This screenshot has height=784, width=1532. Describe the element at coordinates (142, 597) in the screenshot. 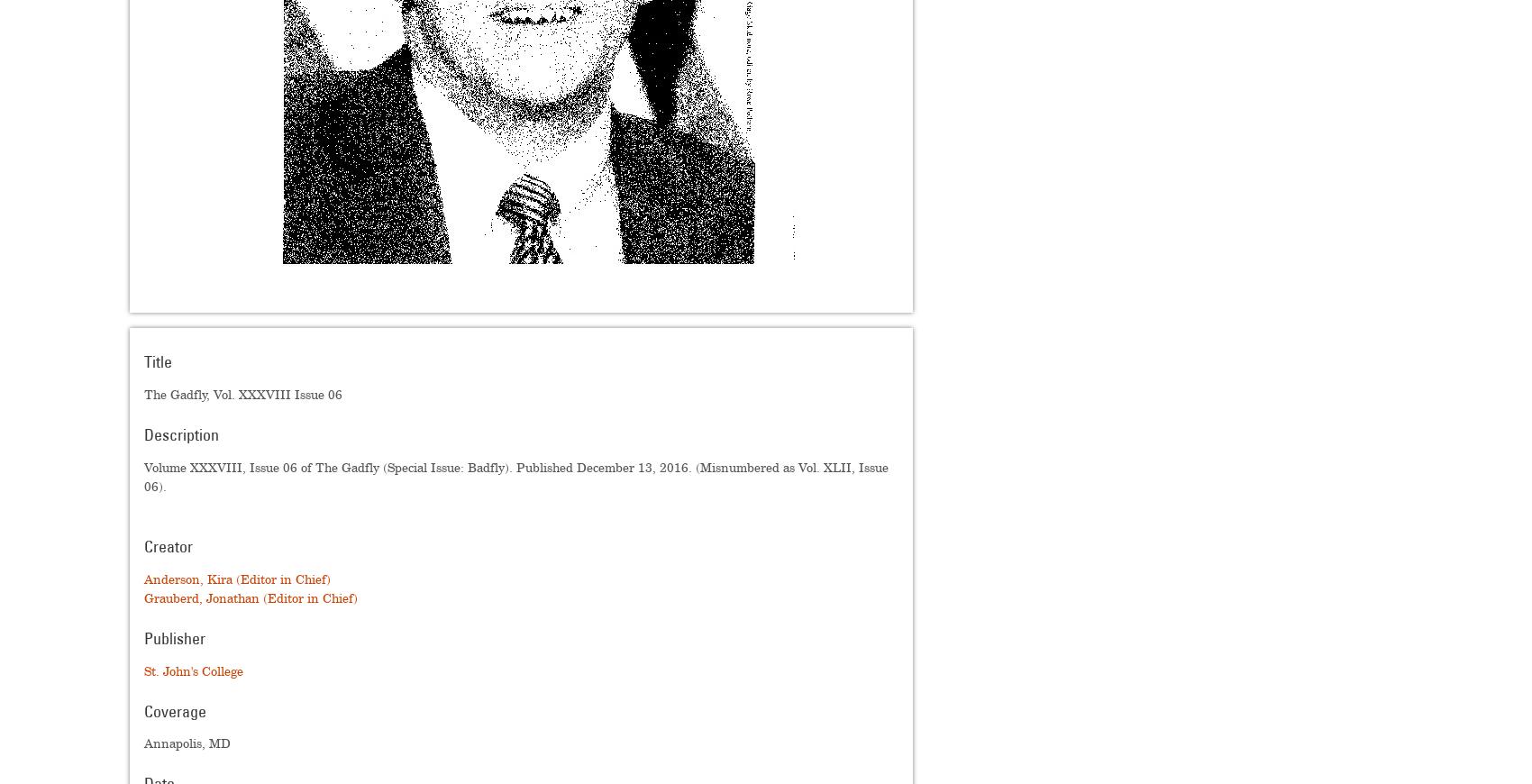

I see `'Grauberd, Jonathan (Editor in Chief)'` at that location.